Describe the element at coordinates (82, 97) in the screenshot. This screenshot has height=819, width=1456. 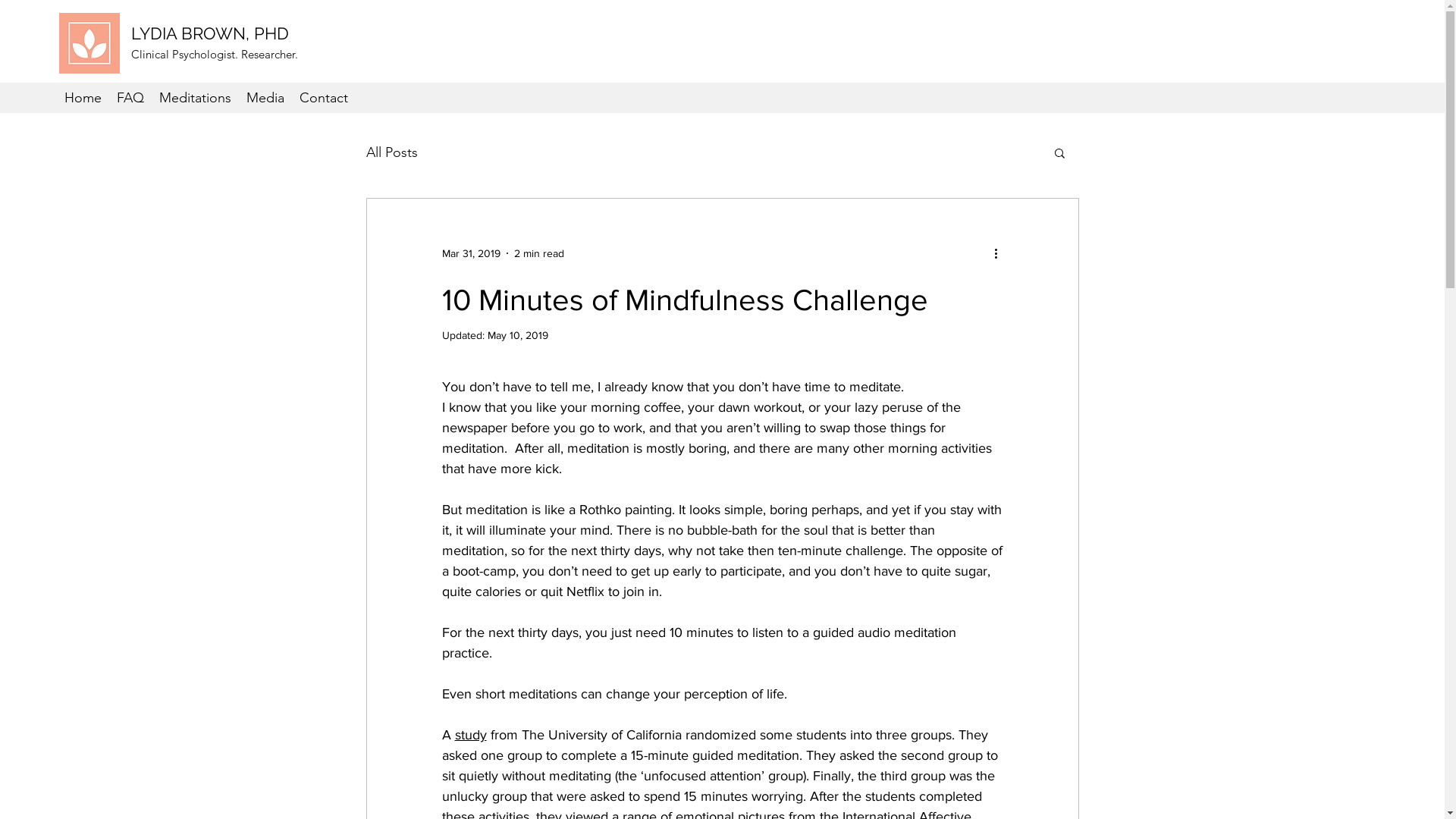
I see `'Home'` at that location.